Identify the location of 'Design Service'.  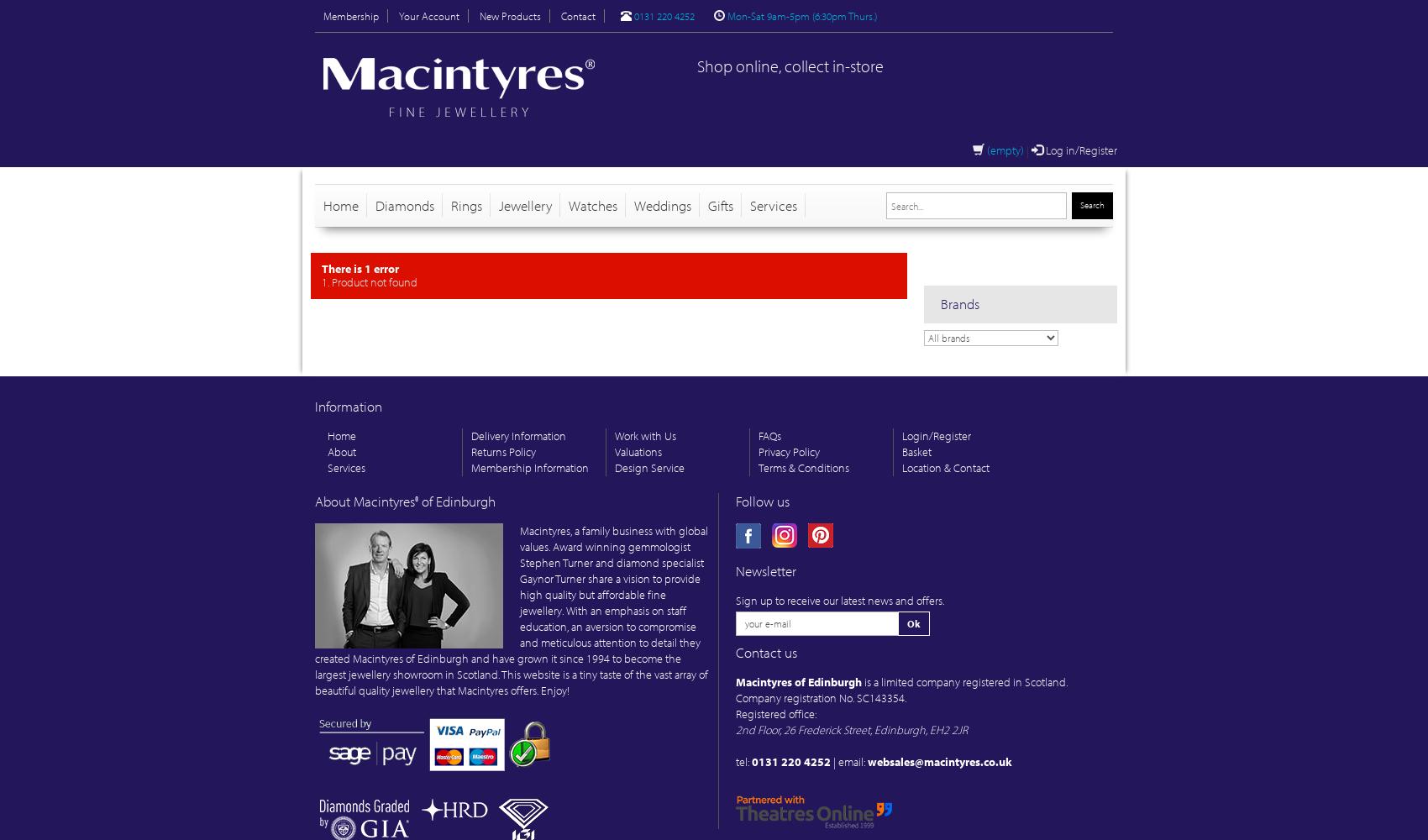
(648, 468).